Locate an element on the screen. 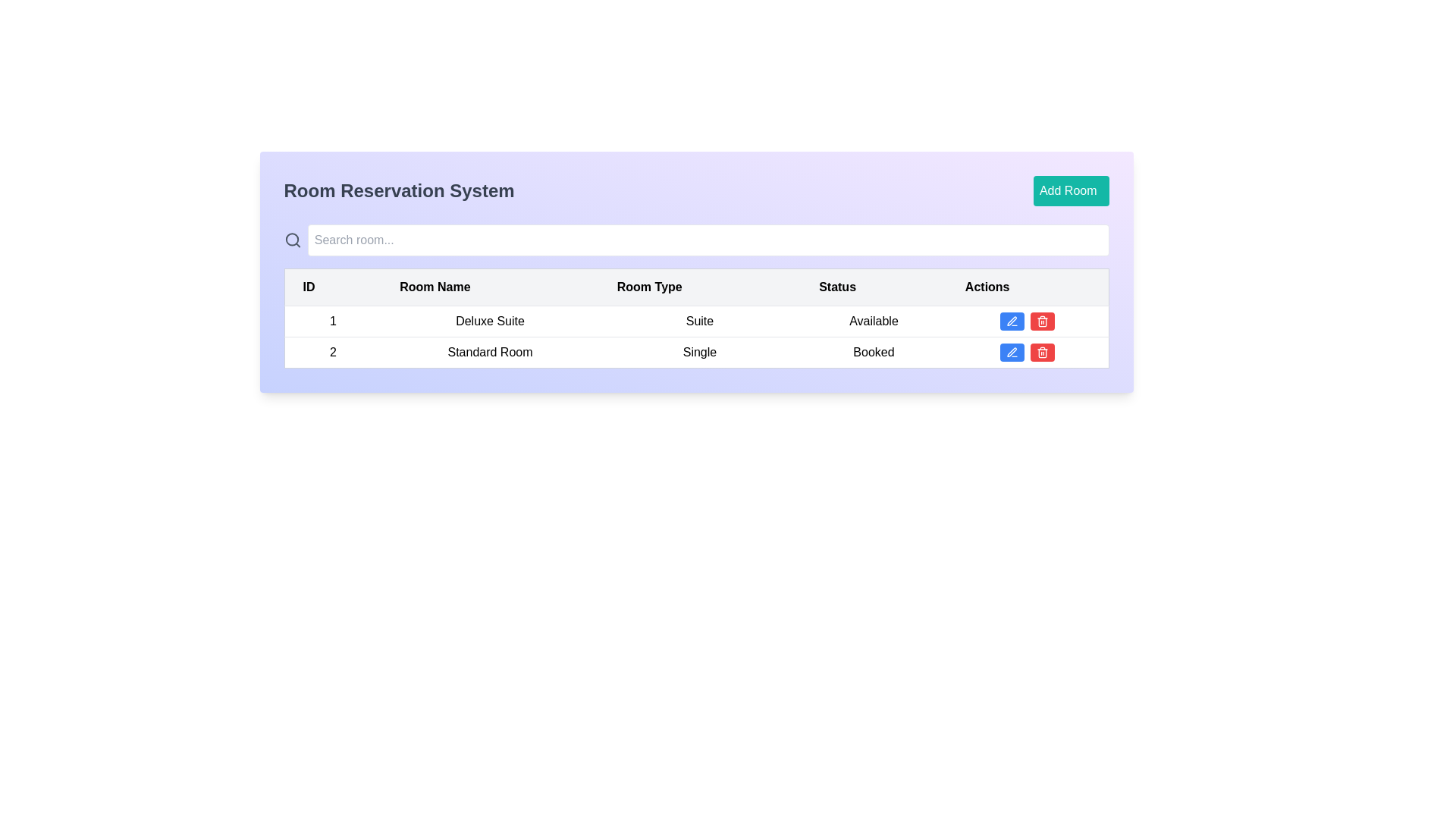  the 'Add Room' text label within the button in the 'Room Reservation System' panel, which indicates the purpose of adding a new room is located at coordinates (1067, 190).